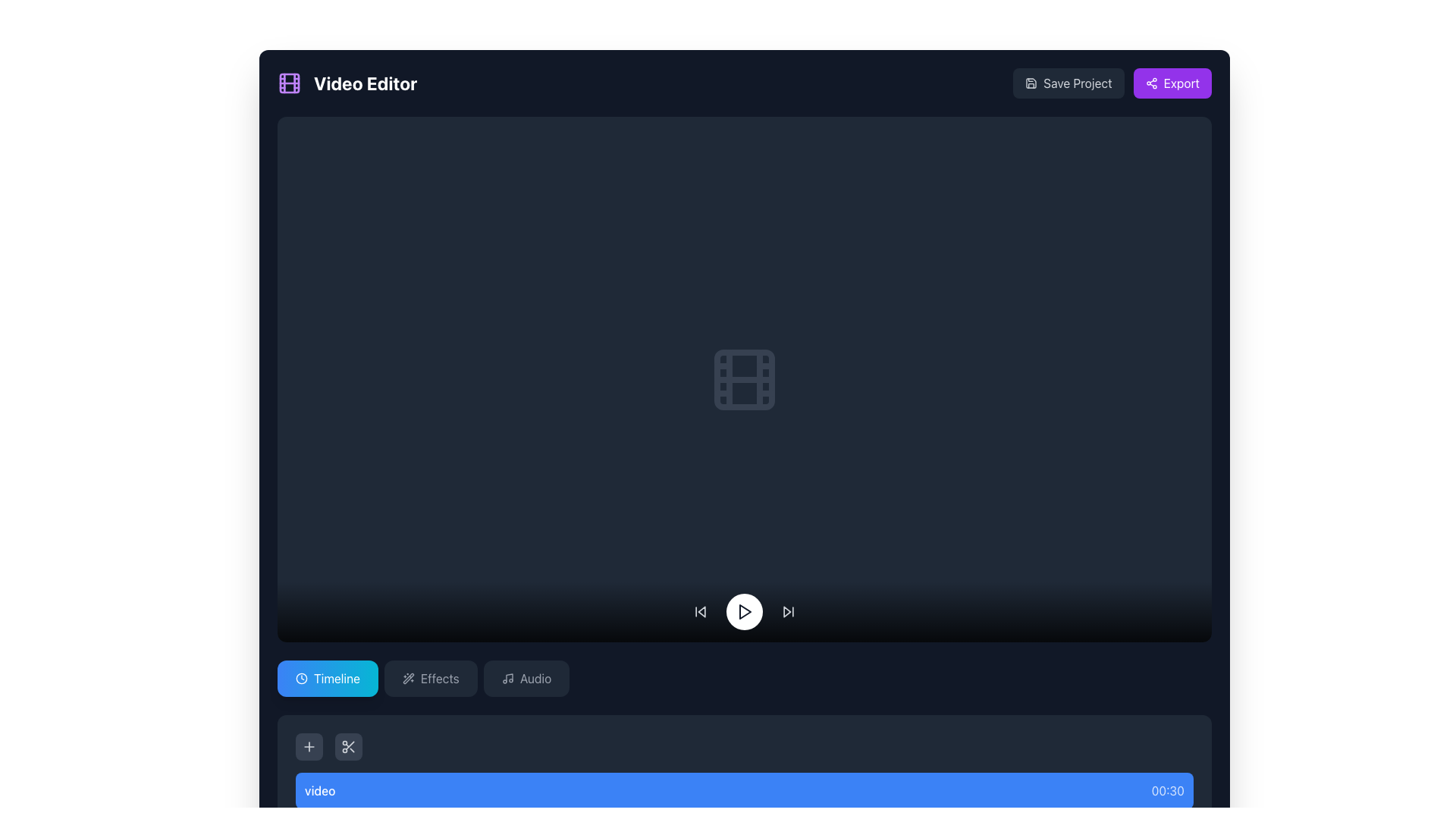 The image size is (1456, 819). What do you see at coordinates (789, 610) in the screenshot?
I see `the skip-forward button located on the horizontal control bar at the bottom of the interface, positioned to the right of the central circular play button` at bounding box center [789, 610].